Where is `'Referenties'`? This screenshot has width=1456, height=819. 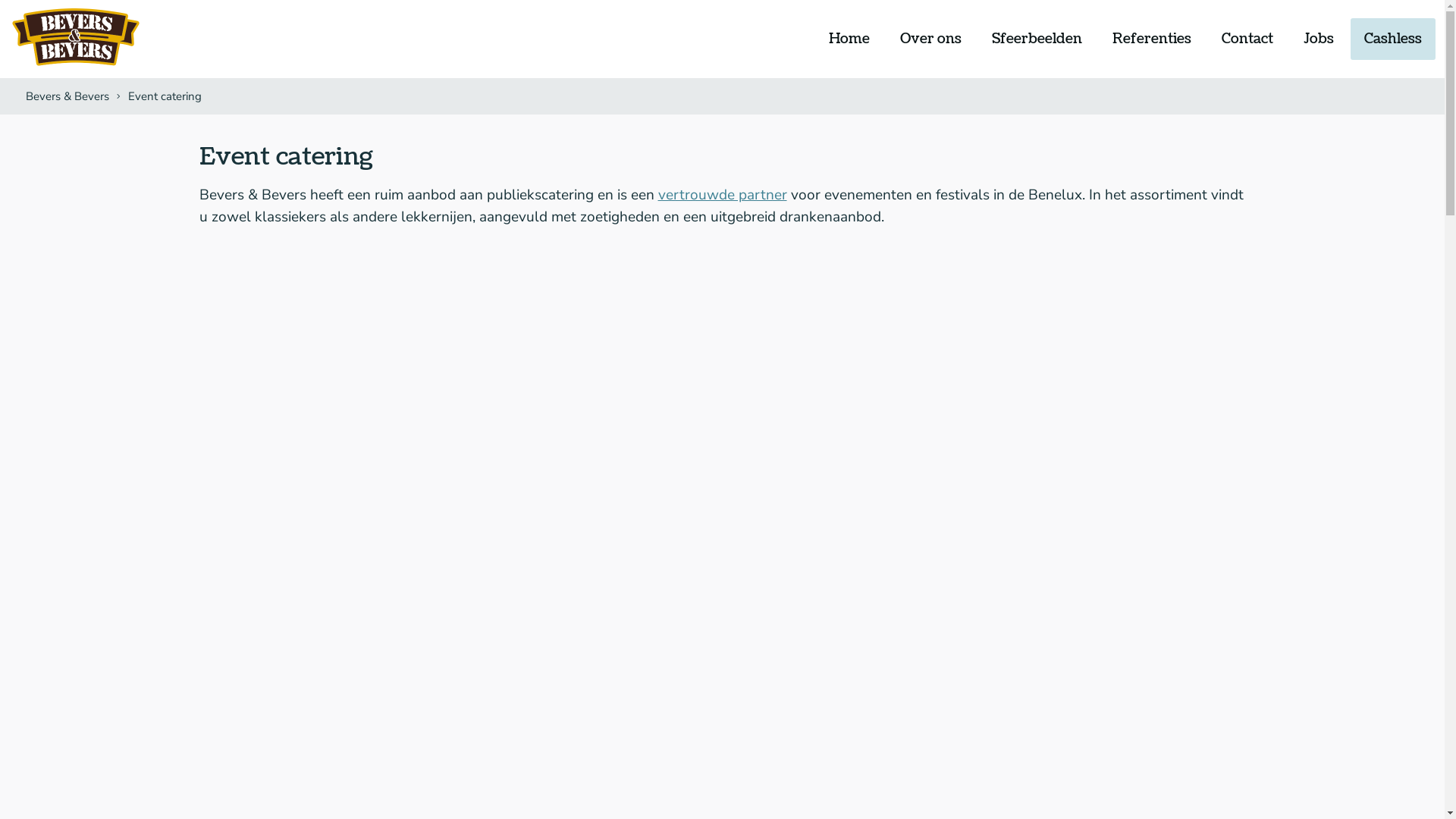 'Referenties' is located at coordinates (1151, 38).